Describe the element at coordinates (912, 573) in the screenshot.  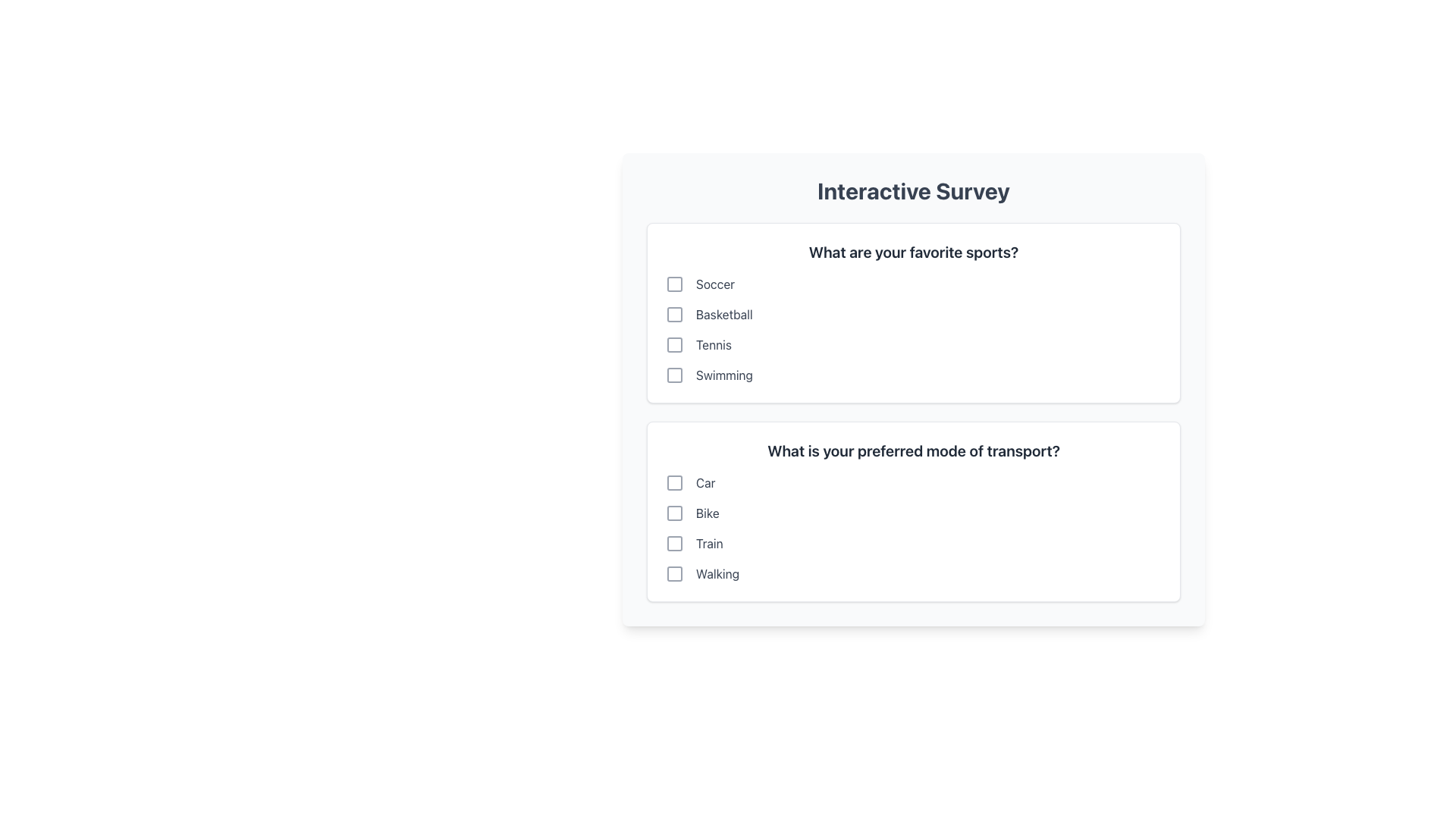
I see `the unselected checkbox labeled 'Walking'` at that location.